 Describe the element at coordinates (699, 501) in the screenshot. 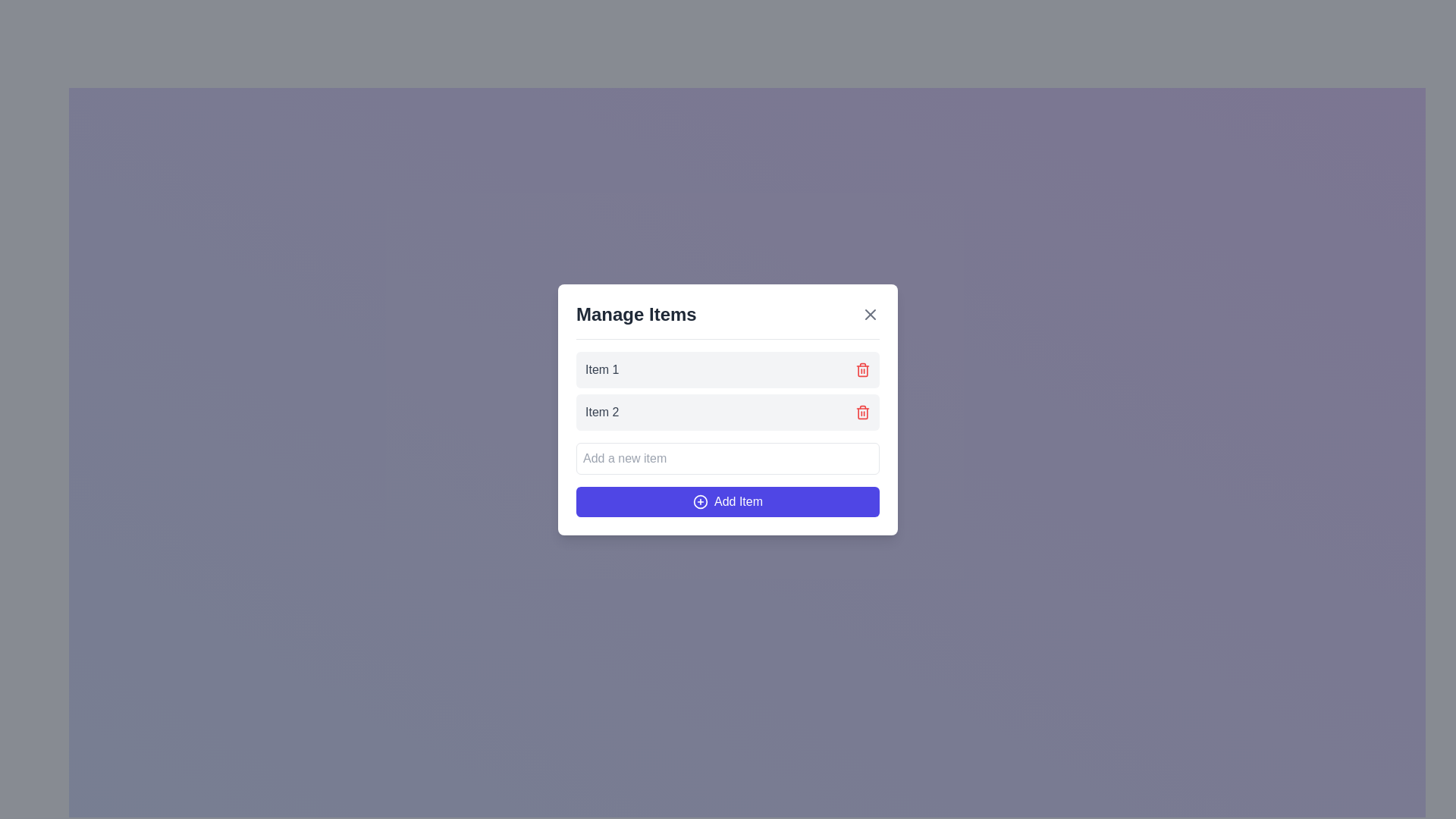

I see `the visually central icon of the blue 'Add Item' button located at the bottom of the card structure` at that location.